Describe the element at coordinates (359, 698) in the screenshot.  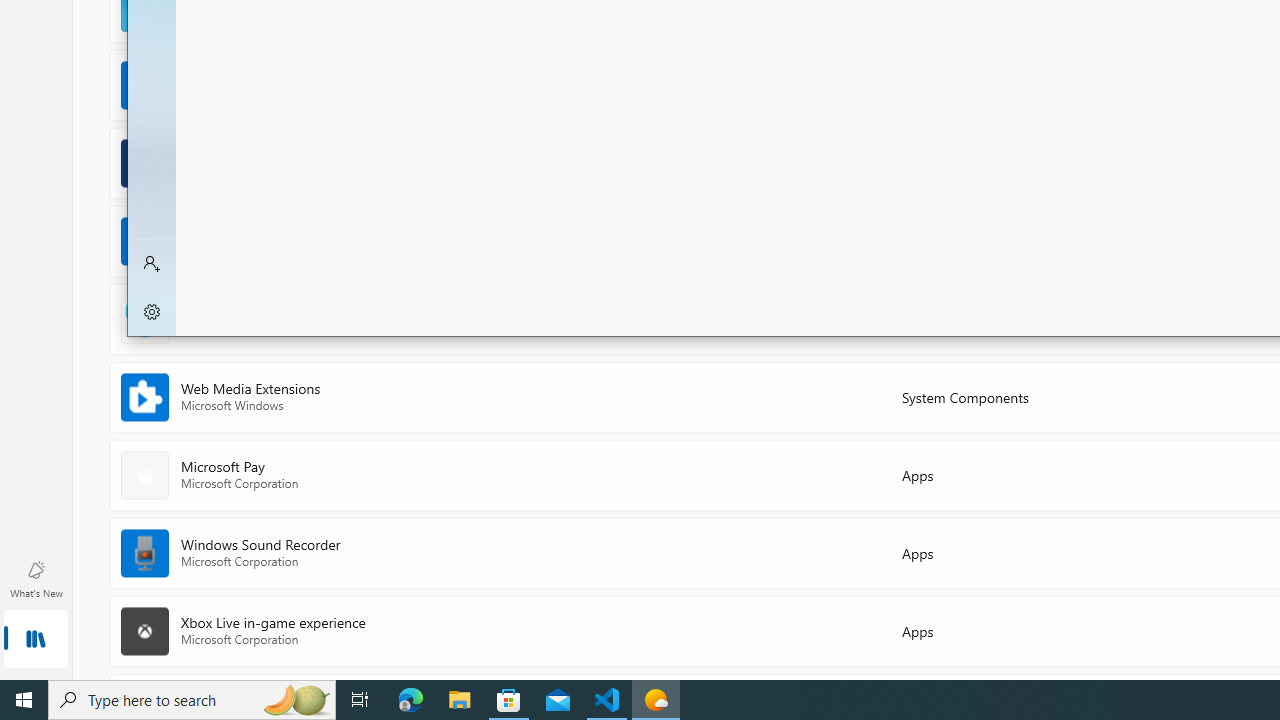
I see `'Task View'` at that location.